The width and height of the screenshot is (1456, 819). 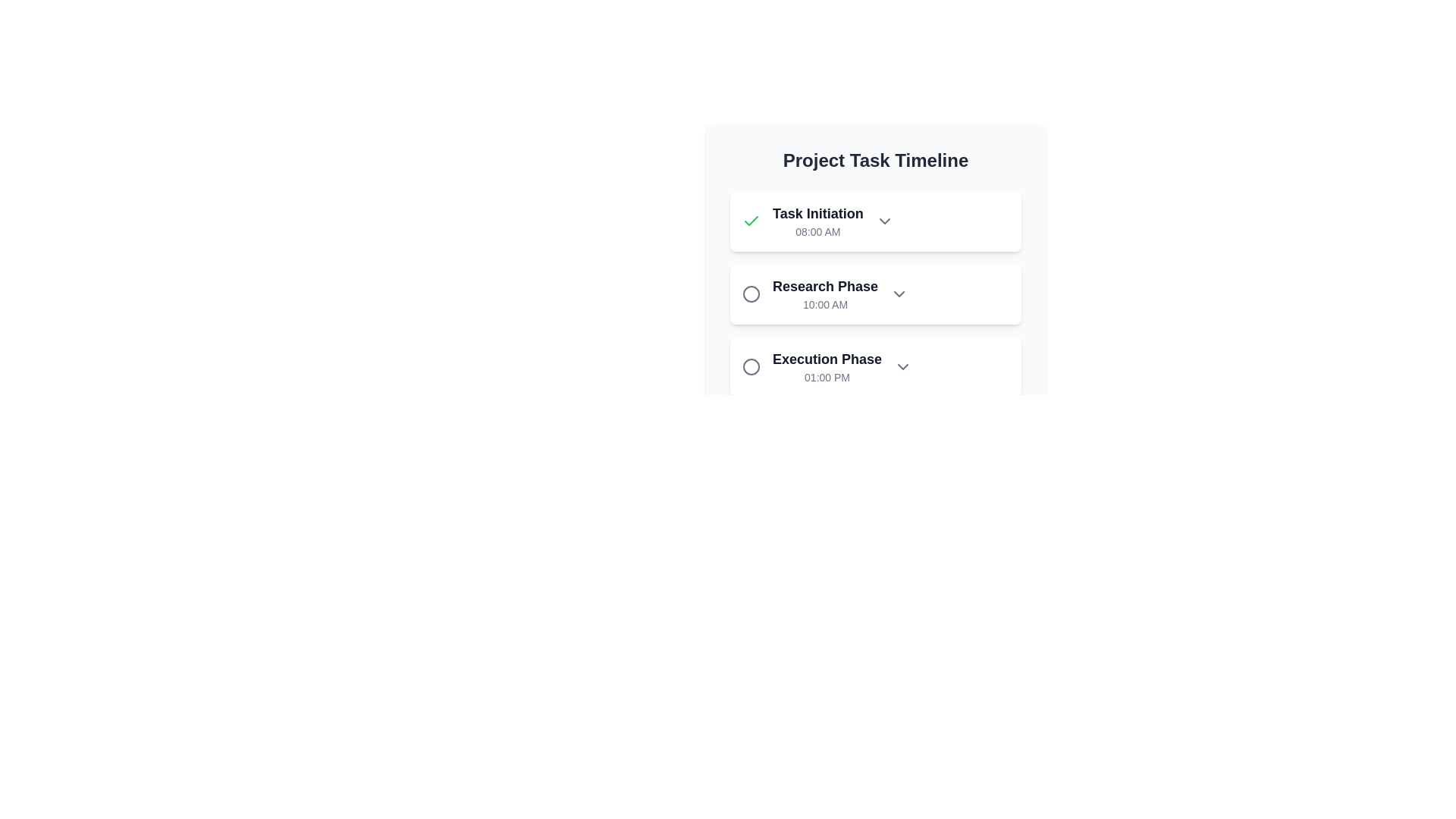 I want to click on the checkmark icon on the left side of the Task item header to mark the task as complete, so click(x=876, y=221).